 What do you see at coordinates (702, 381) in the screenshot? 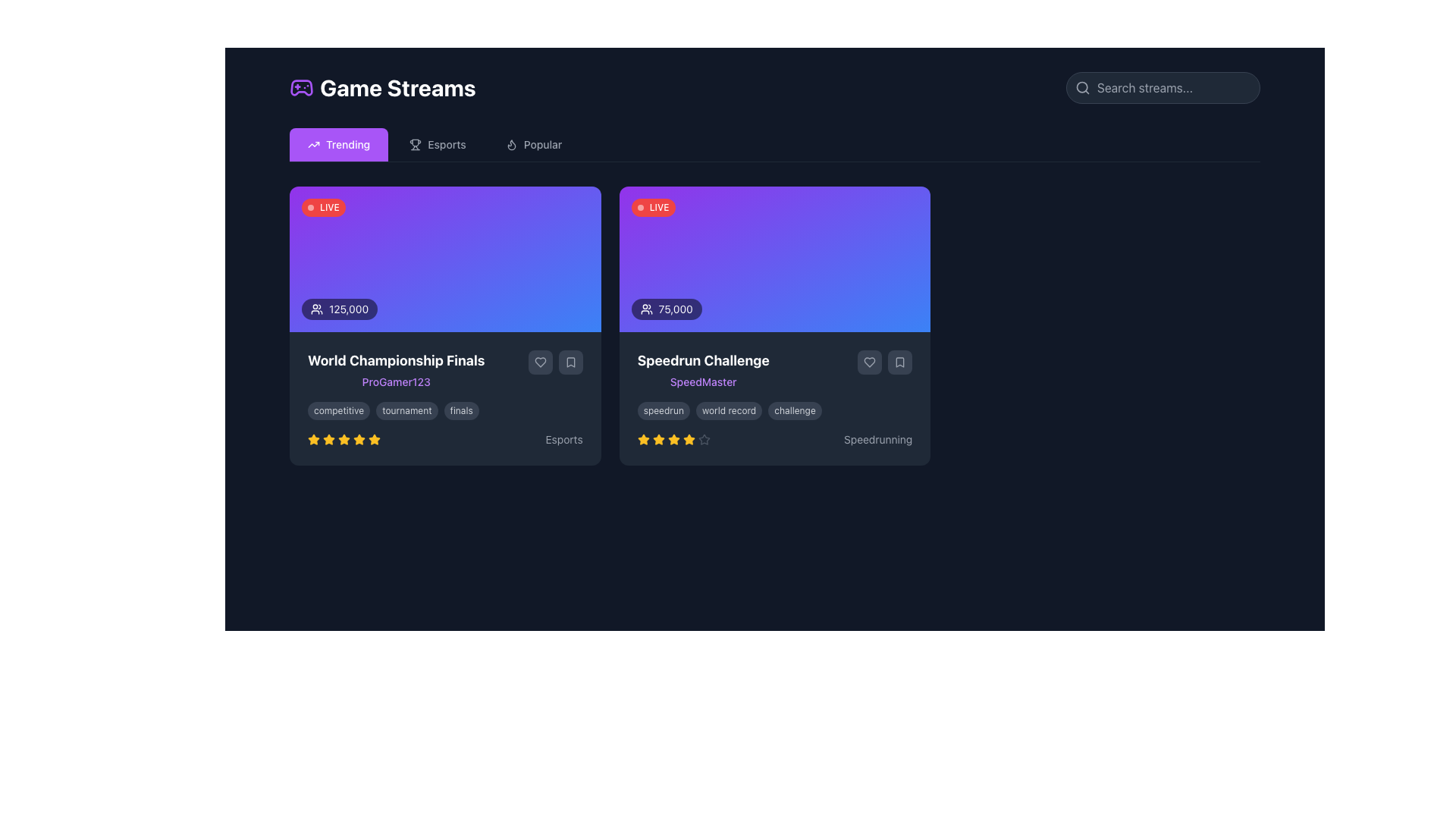
I see `the text label displaying 'SpeedMaster' in a small, bold, purple font located beneath the 'Speedrun Challenge' header on the second card from the left` at bounding box center [702, 381].